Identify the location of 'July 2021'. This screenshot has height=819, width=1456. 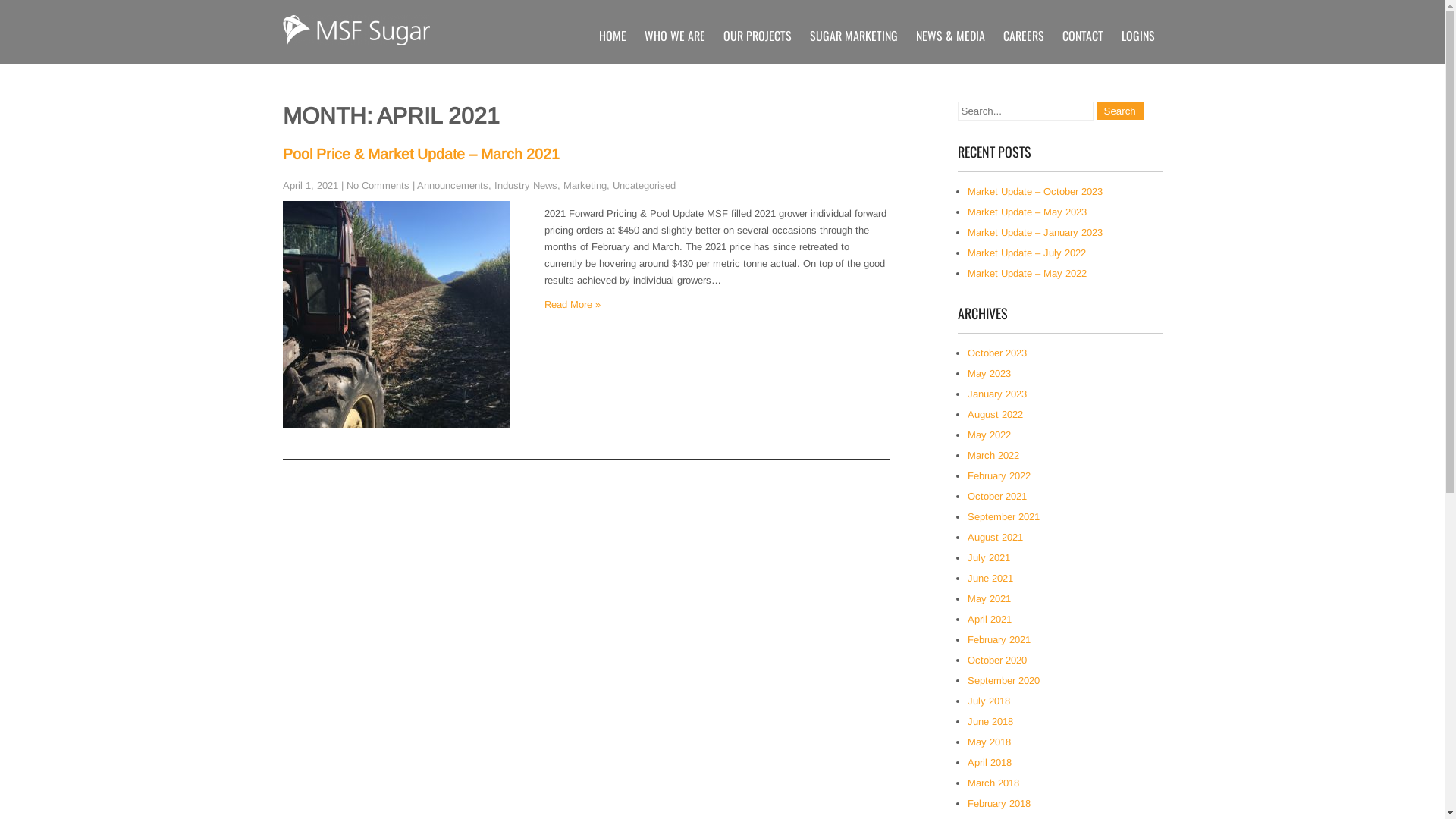
(989, 557).